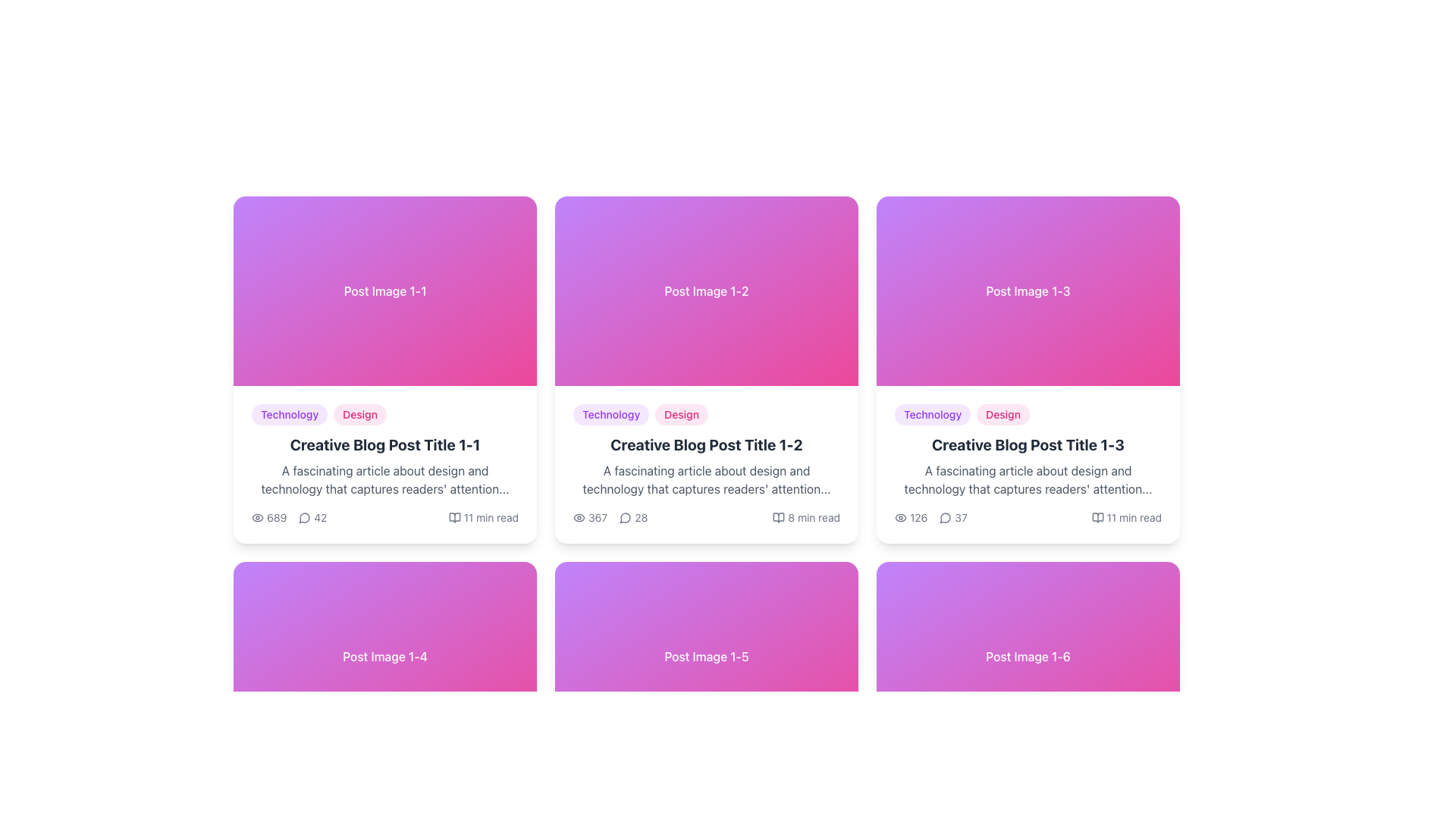 The image size is (1456, 819). What do you see at coordinates (705, 444) in the screenshot?
I see `the bold title text labeled 'Creative Blog Post Title 1-2'` at bounding box center [705, 444].